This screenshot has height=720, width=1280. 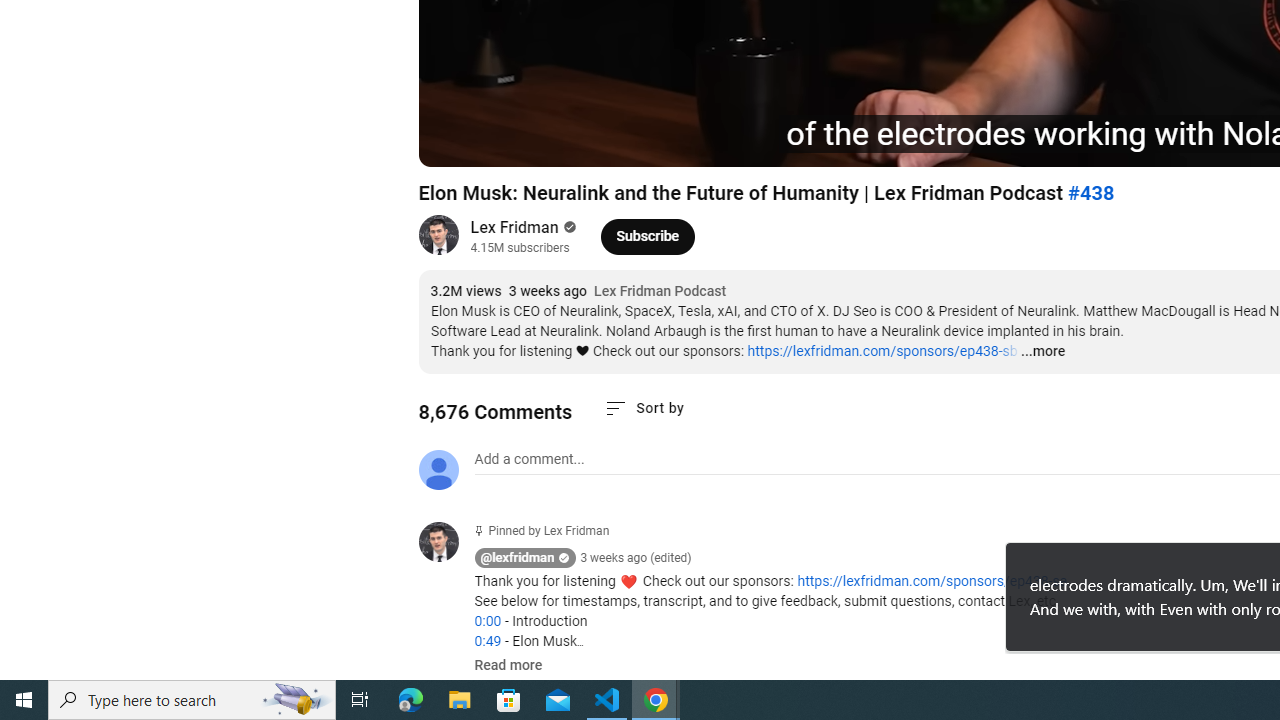 I want to click on 'Read more', so click(x=508, y=666).